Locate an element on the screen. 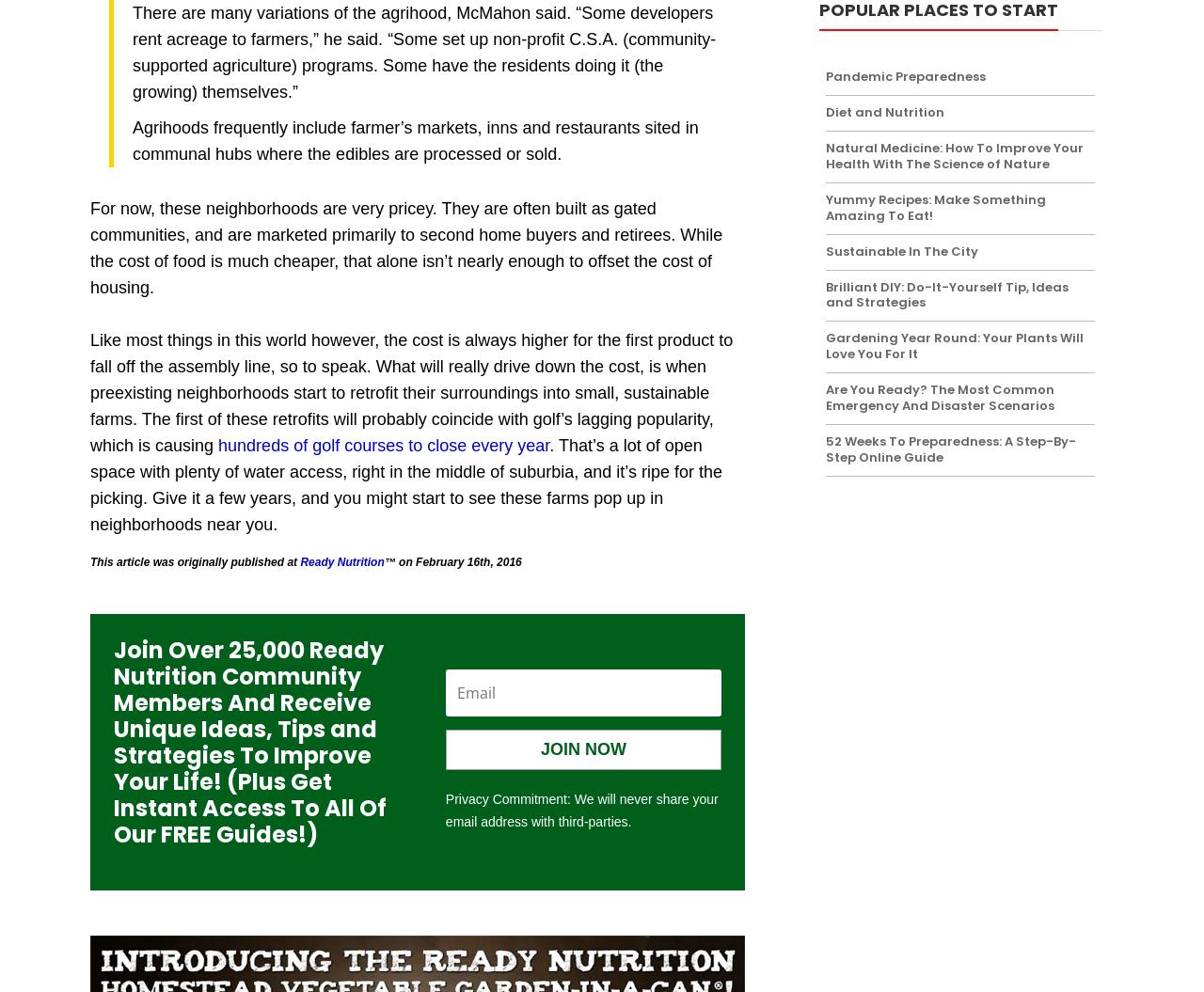  'Brilliant DIY: Do-It-Yourself Tip, Ideas and Strategies' is located at coordinates (945, 293).